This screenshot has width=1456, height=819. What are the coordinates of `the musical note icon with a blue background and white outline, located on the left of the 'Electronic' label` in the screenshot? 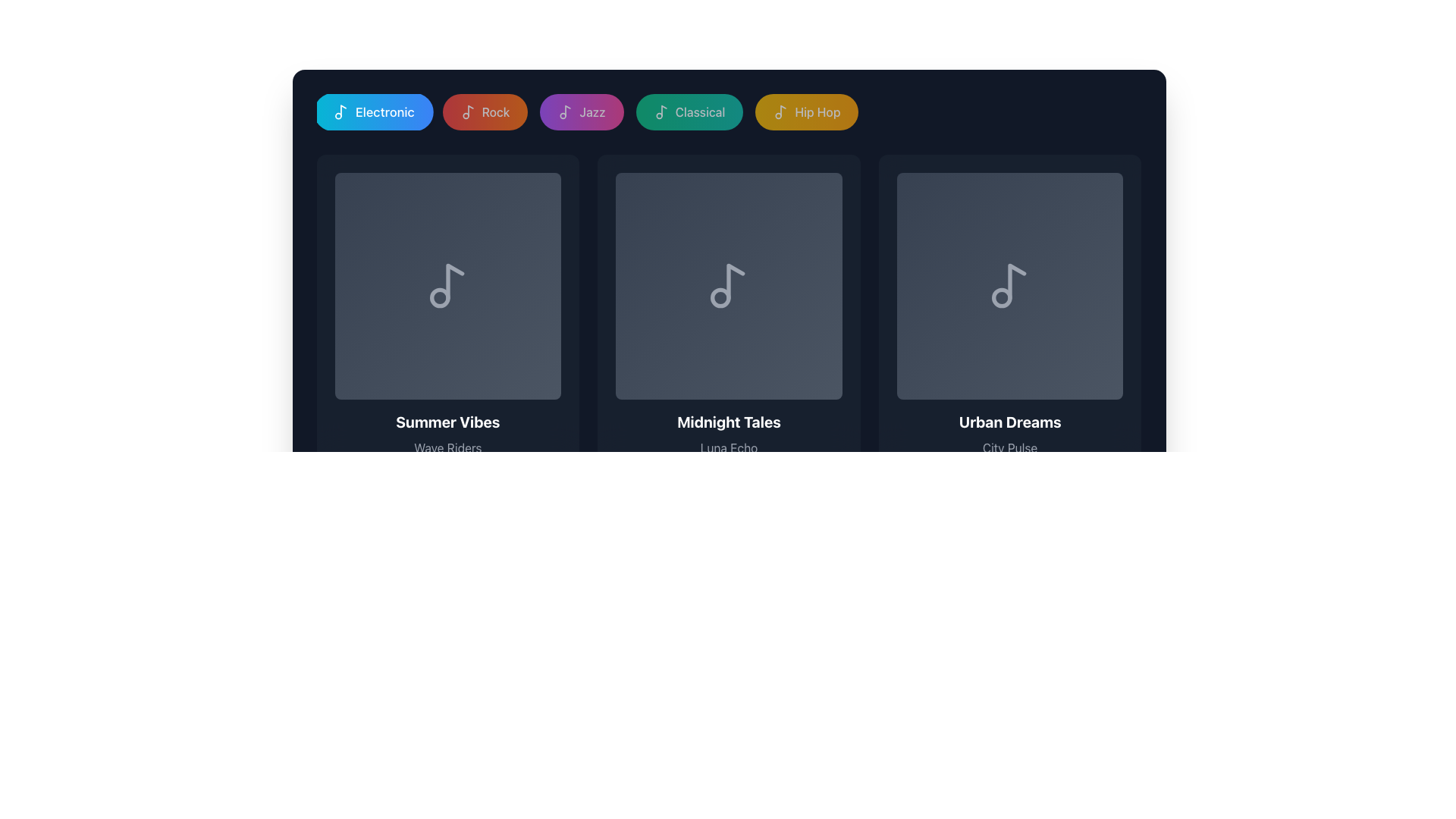 It's located at (340, 111).